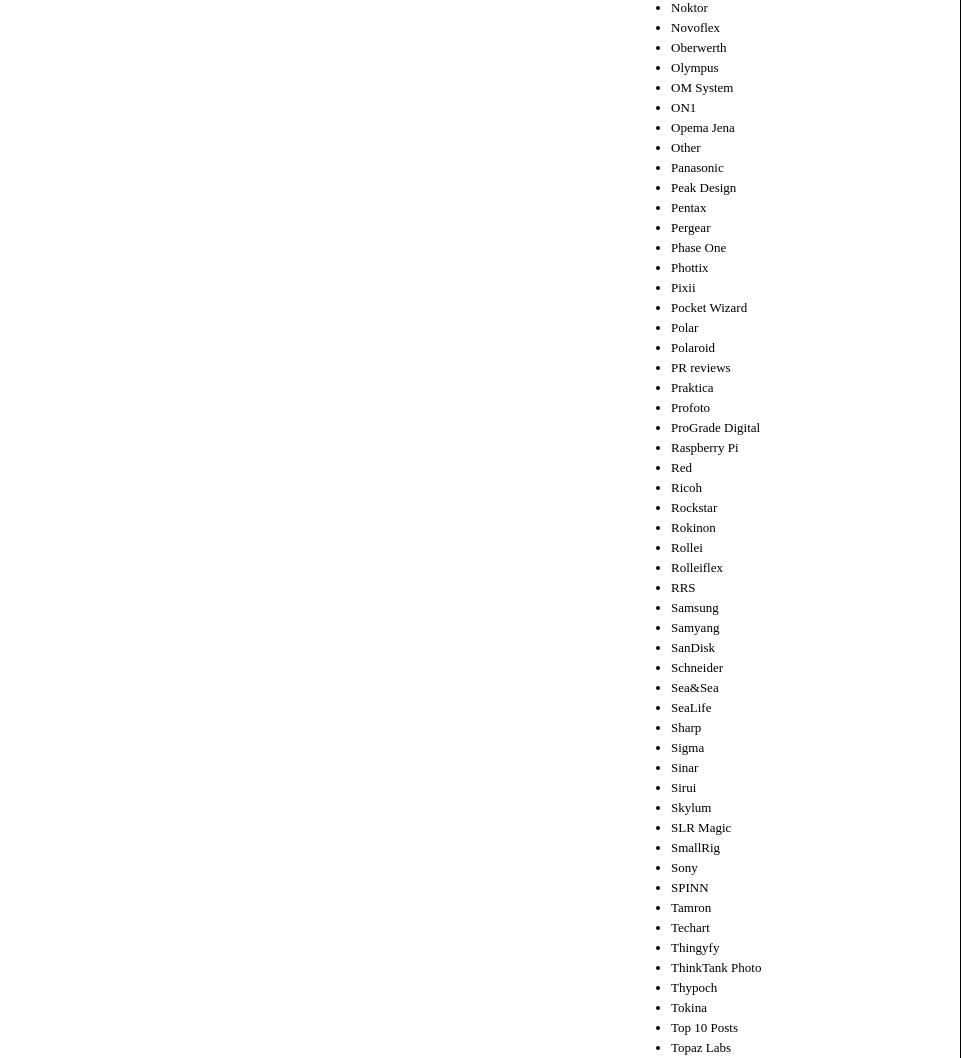  What do you see at coordinates (695, 845) in the screenshot?
I see `'SmallRig'` at bounding box center [695, 845].